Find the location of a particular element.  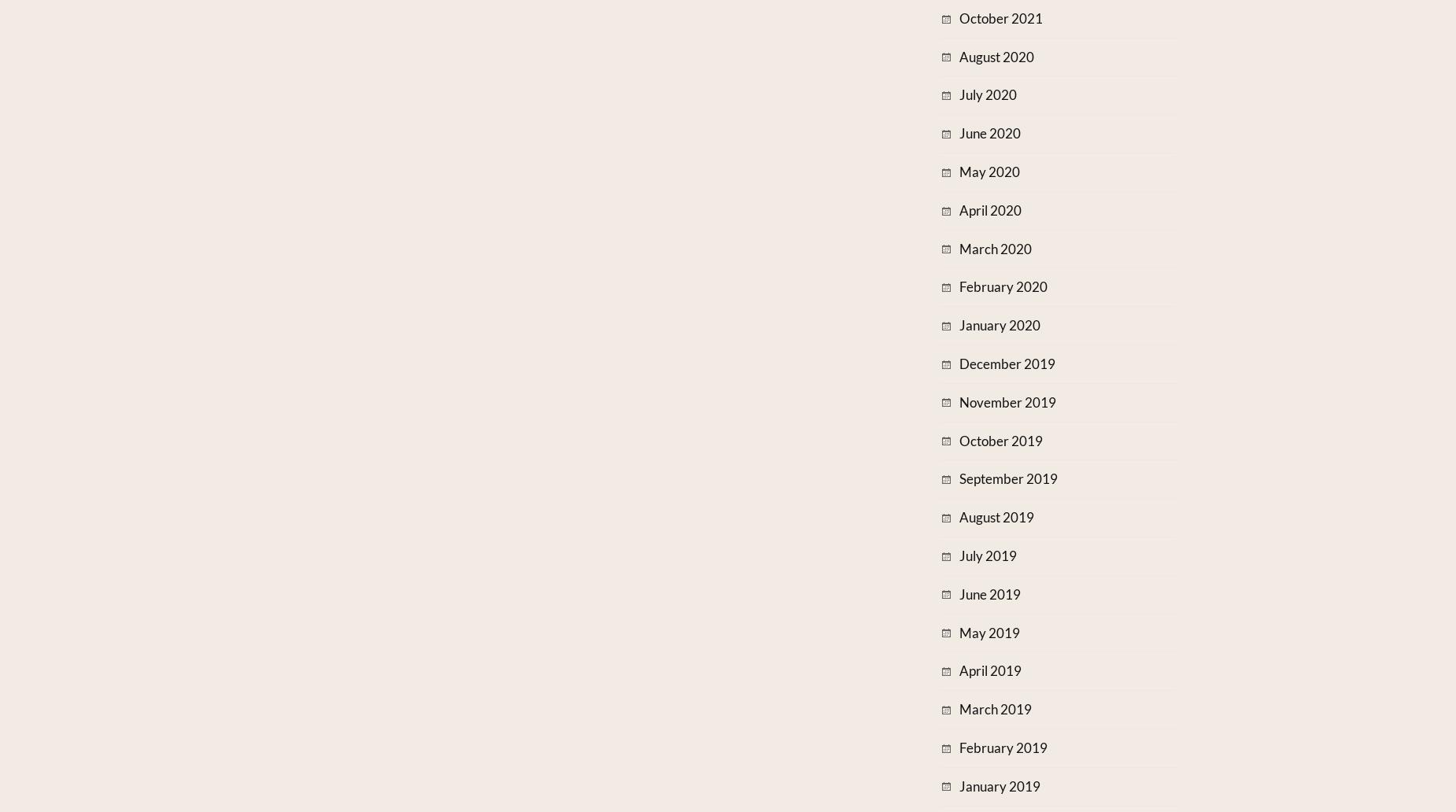

'October 2021' is located at coordinates (958, 17).